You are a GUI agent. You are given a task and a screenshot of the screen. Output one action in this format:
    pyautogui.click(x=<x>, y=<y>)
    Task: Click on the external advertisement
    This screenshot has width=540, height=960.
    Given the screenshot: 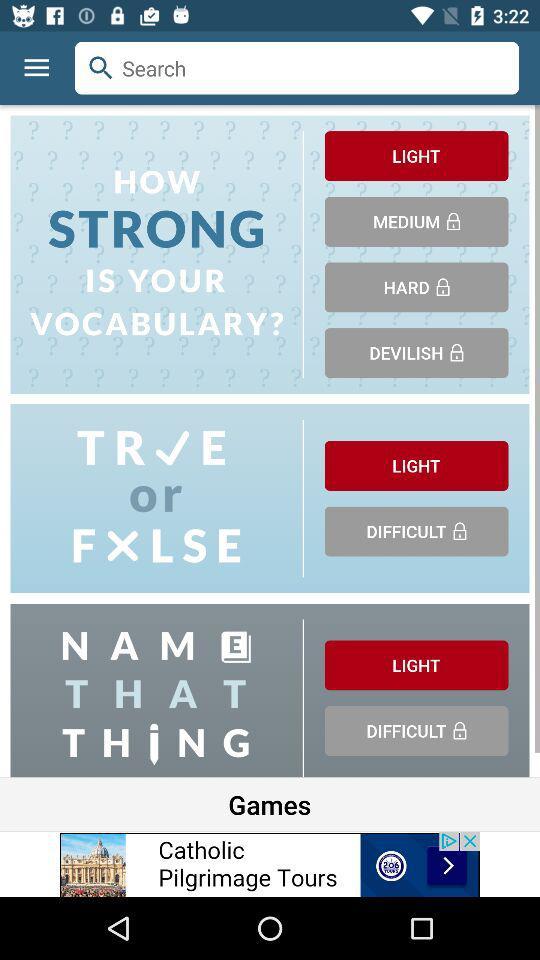 What is the action you would take?
    pyautogui.click(x=270, y=863)
    